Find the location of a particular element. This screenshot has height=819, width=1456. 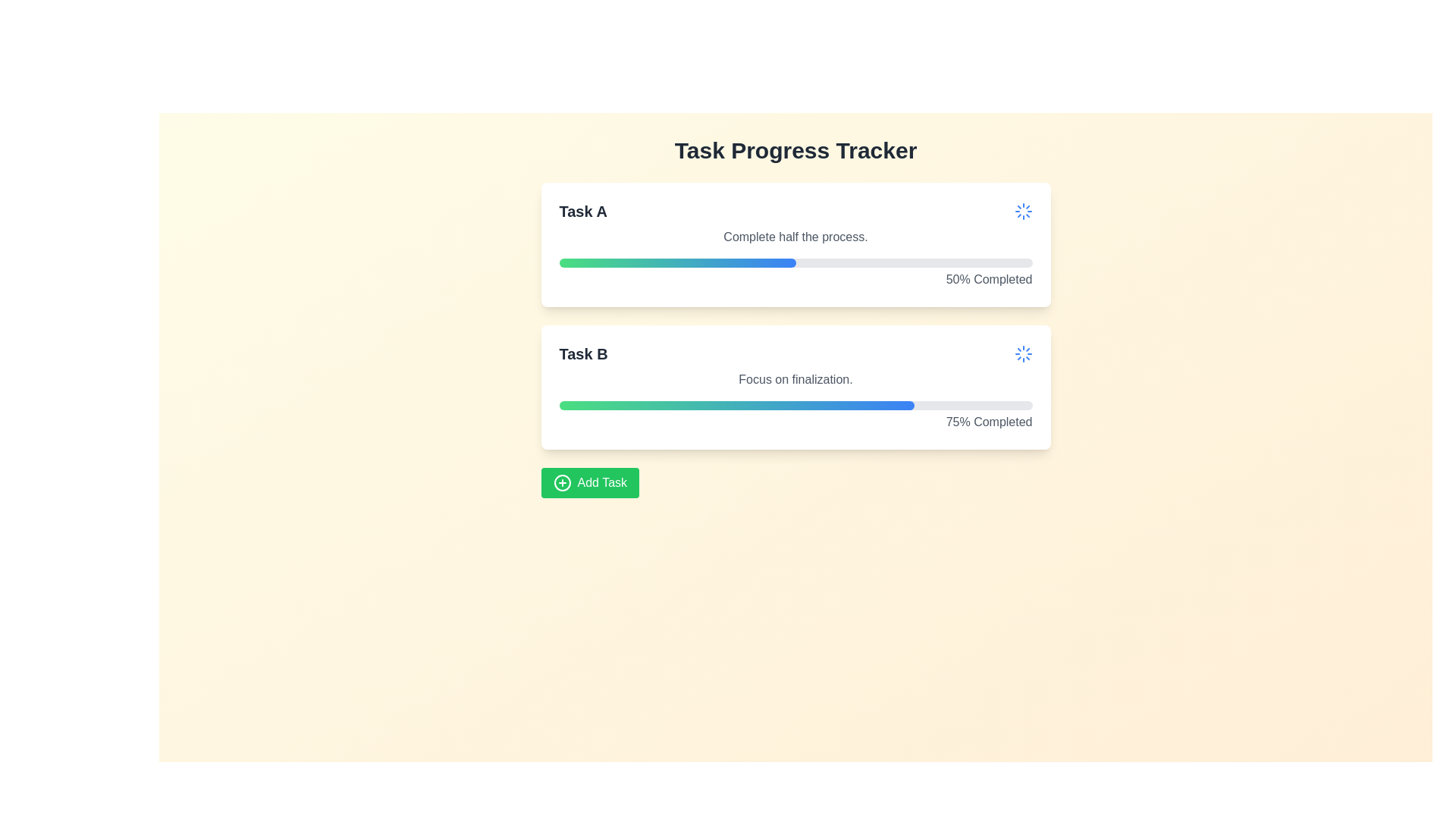

the blue loader or spinner icon located in the top-right corner of the 'Task B' card to understand its action is located at coordinates (1023, 353).